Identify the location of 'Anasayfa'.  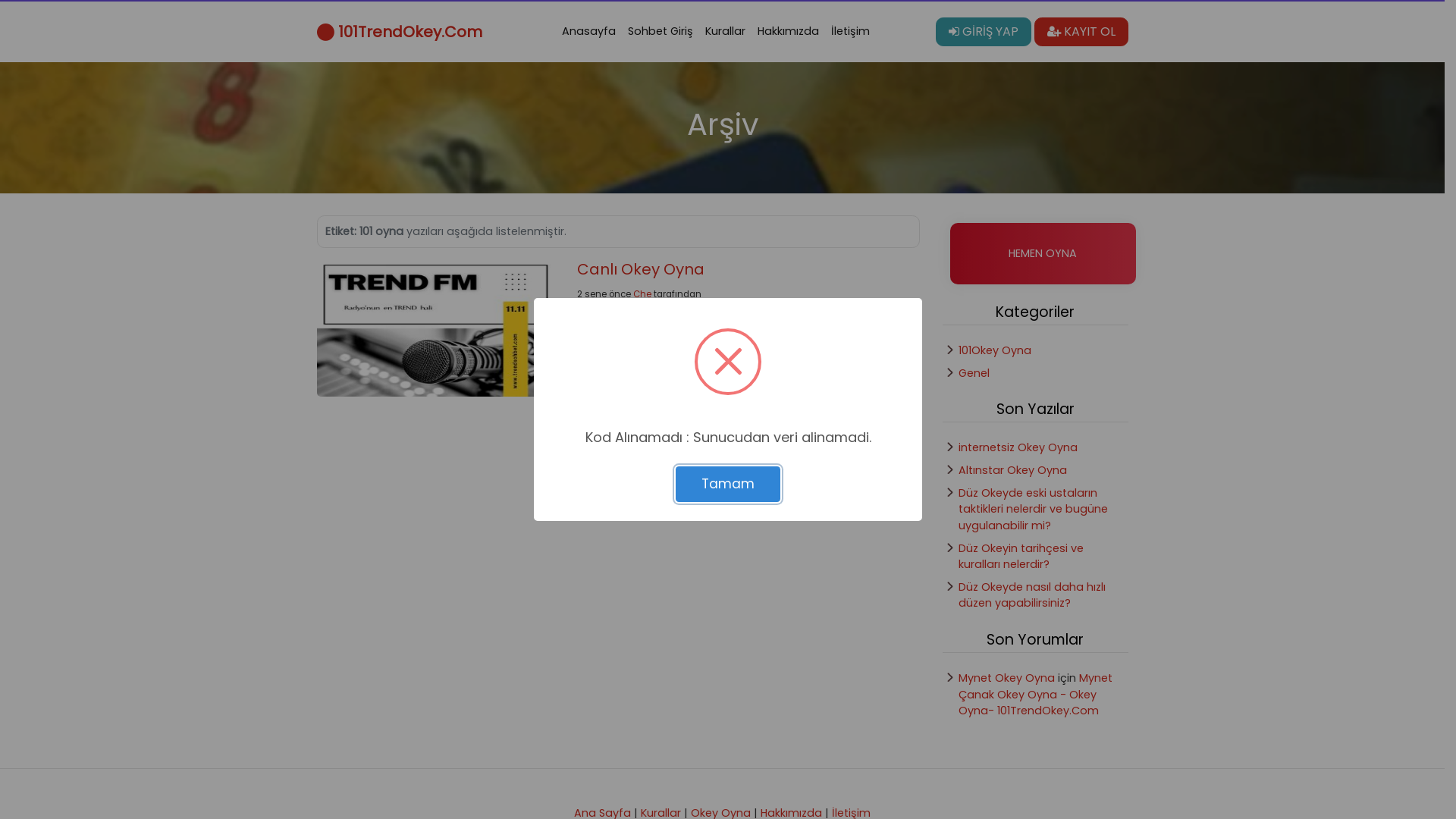
(588, 32).